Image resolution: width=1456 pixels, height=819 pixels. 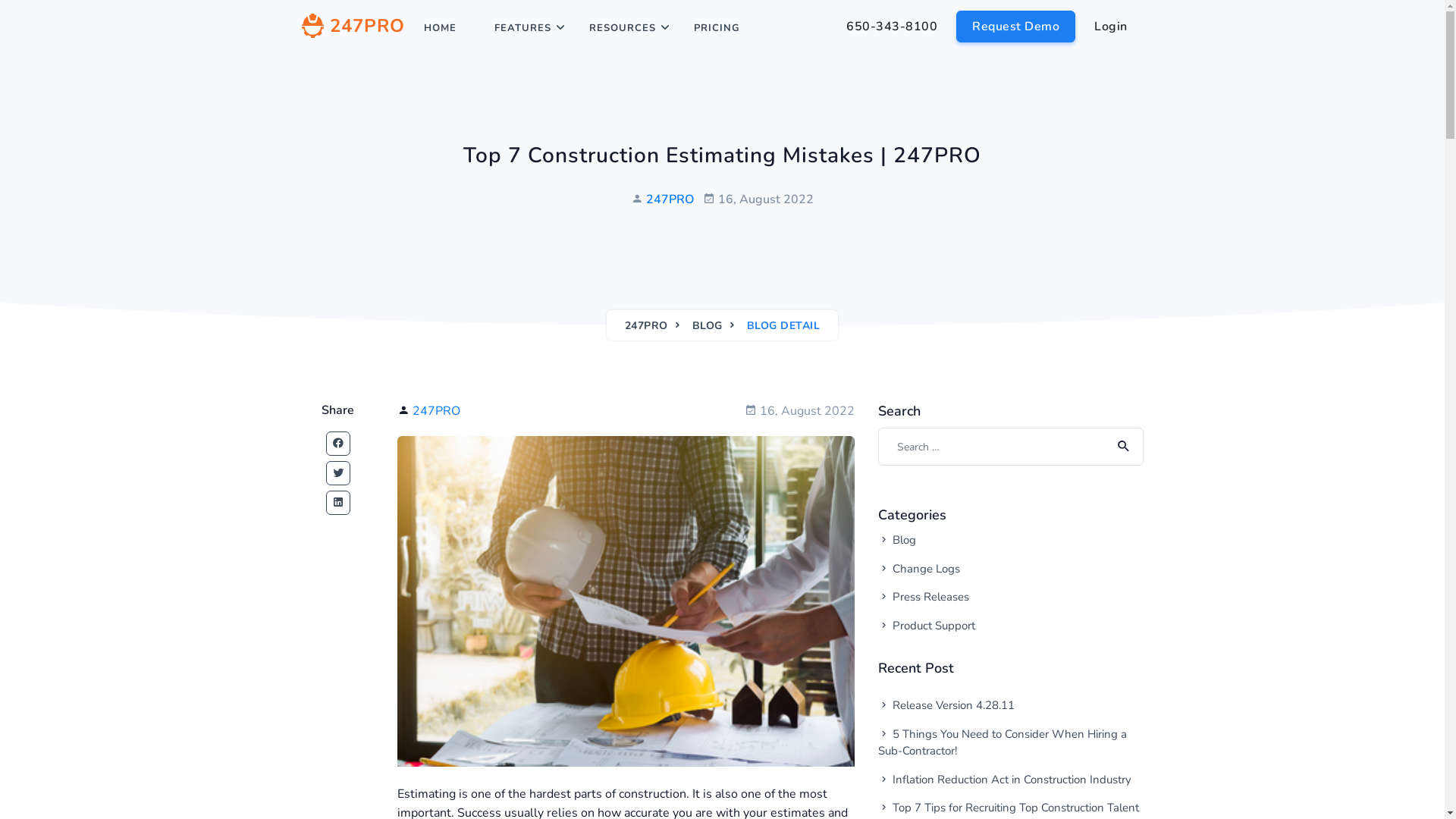 I want to click on 'Change Logs', so click(x=977, y=568).